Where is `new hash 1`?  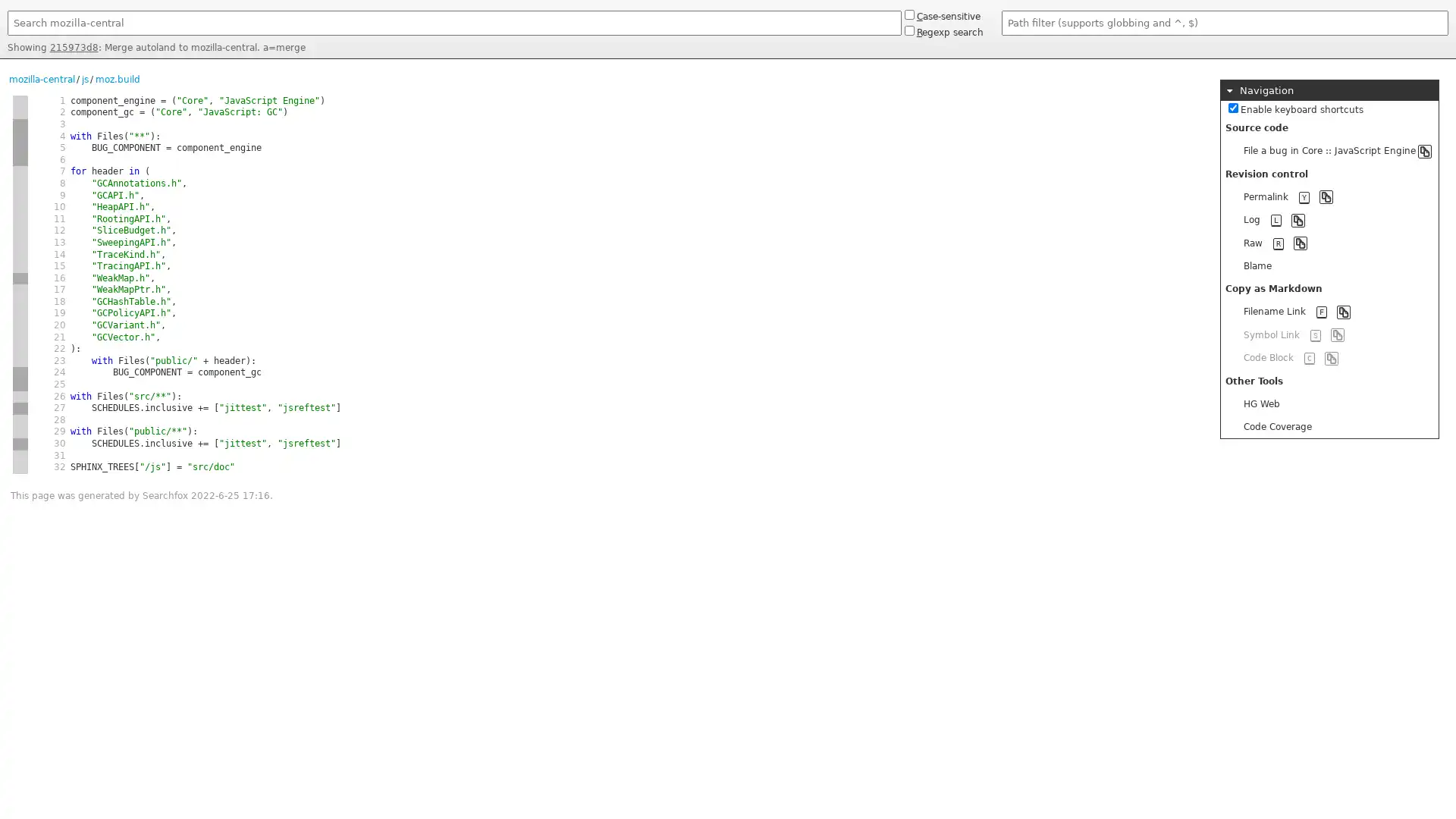 new hash 1 is located at coordinates (20, 290).